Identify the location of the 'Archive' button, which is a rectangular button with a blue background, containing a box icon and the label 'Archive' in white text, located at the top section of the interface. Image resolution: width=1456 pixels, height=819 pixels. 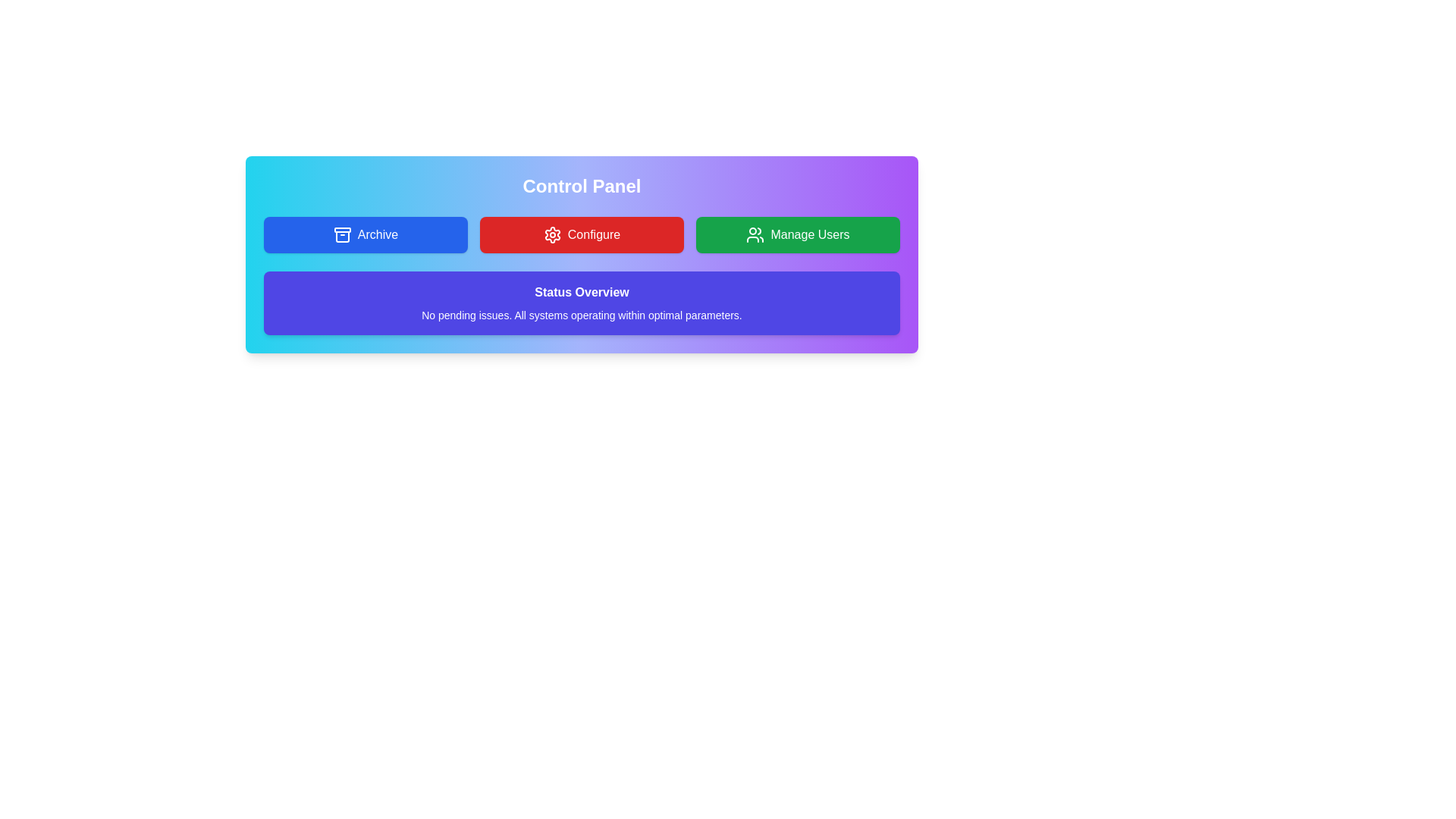
(366, 234).